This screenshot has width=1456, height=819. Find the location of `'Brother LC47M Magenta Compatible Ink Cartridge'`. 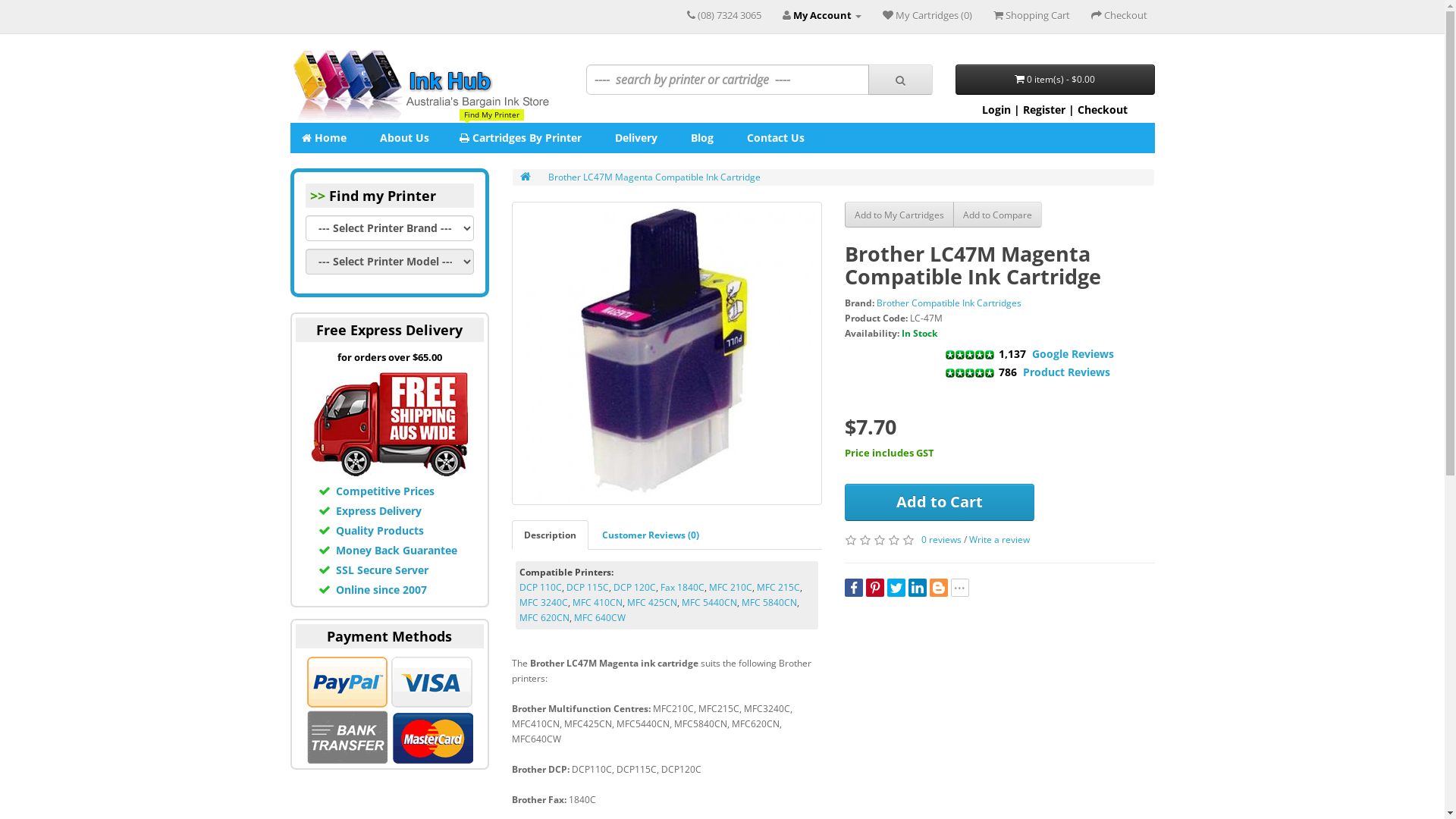

'Brother LC47M Magenta Compatible Ink Cartridge' is located at coordinates (548, 176).